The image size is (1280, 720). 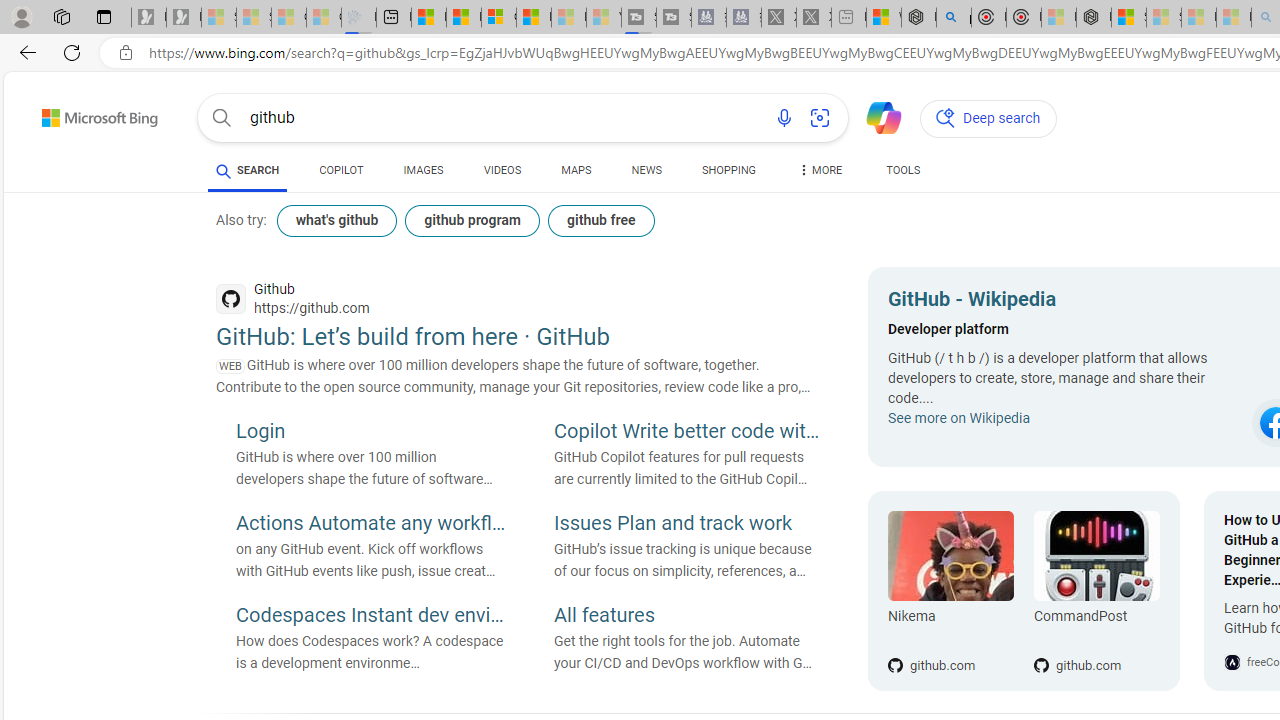 I want to click on 'IMAGES', so click(x=422, y=170).